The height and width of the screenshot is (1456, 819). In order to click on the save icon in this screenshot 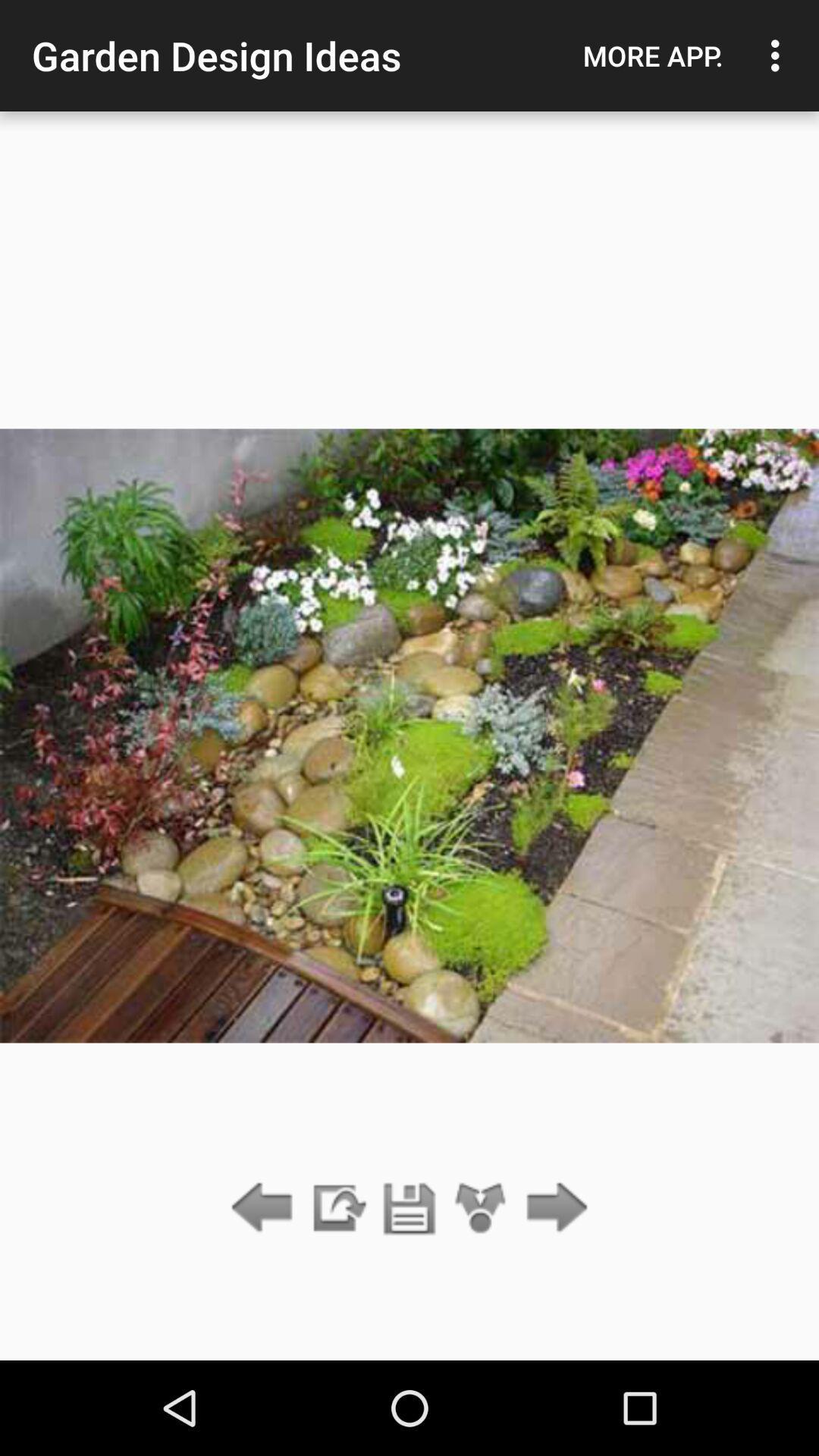, I will do `click(409, 1208)`.